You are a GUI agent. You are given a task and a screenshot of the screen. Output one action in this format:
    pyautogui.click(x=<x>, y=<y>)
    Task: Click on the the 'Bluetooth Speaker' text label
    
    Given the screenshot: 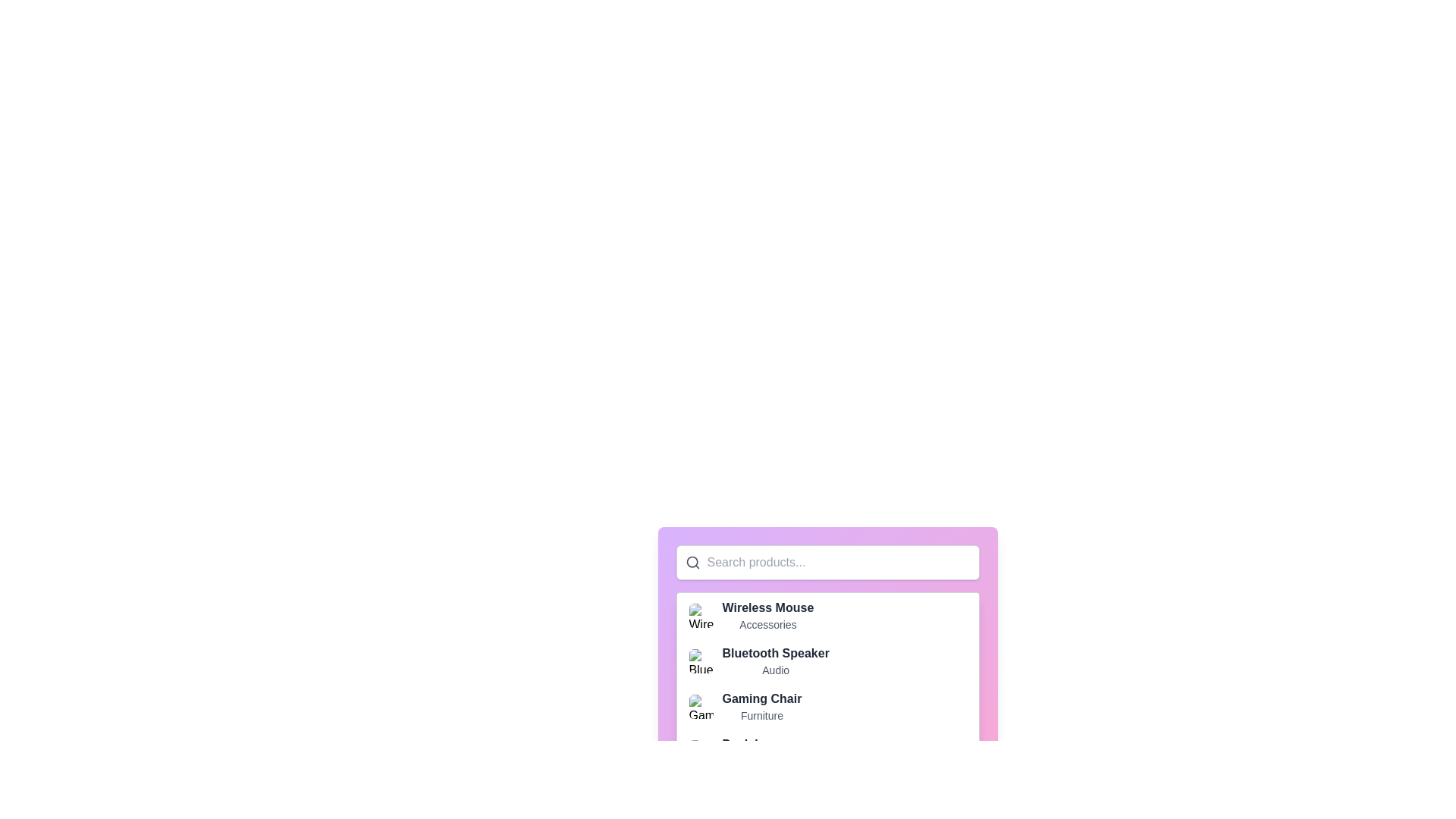 What is the action you would take?
    pyautogui.click(x=776, y=660)
    